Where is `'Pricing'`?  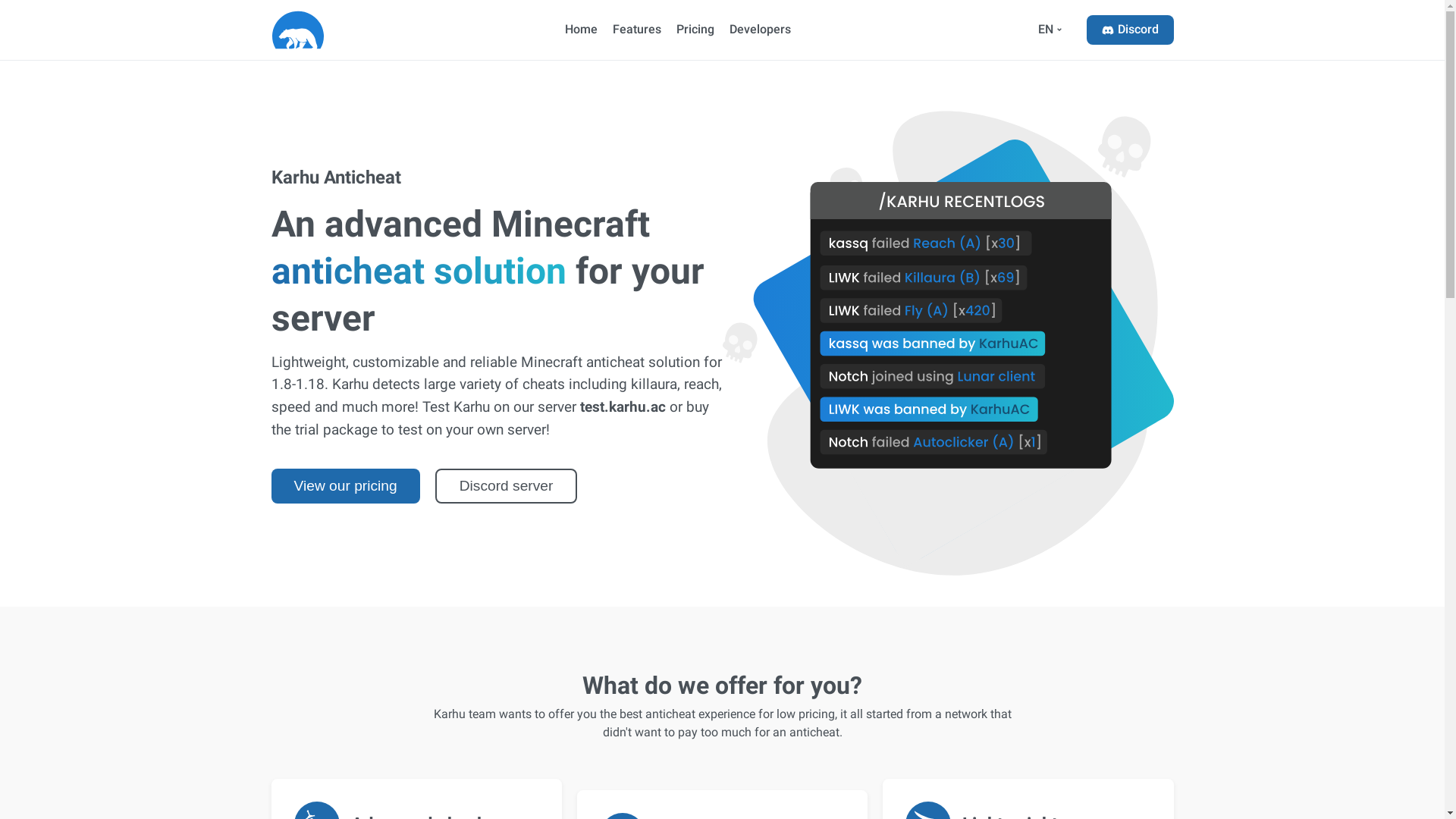 'Pricing' is located at coordinates (694, 30).